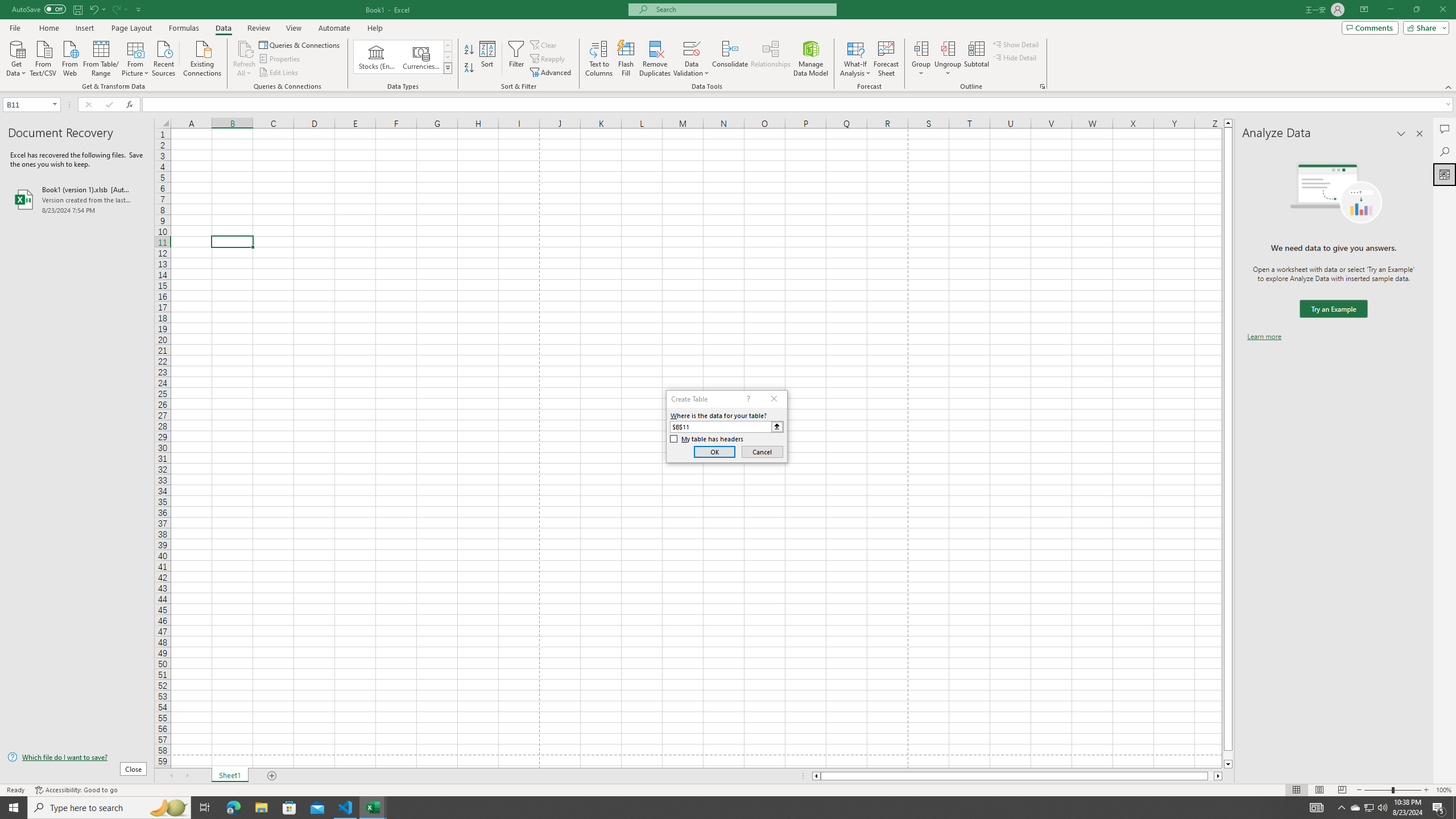 The image size is (1456, 819). Describe the element at coordinates (469, 49) in the screenshot. I see `'Sort A to Z'` at that location.